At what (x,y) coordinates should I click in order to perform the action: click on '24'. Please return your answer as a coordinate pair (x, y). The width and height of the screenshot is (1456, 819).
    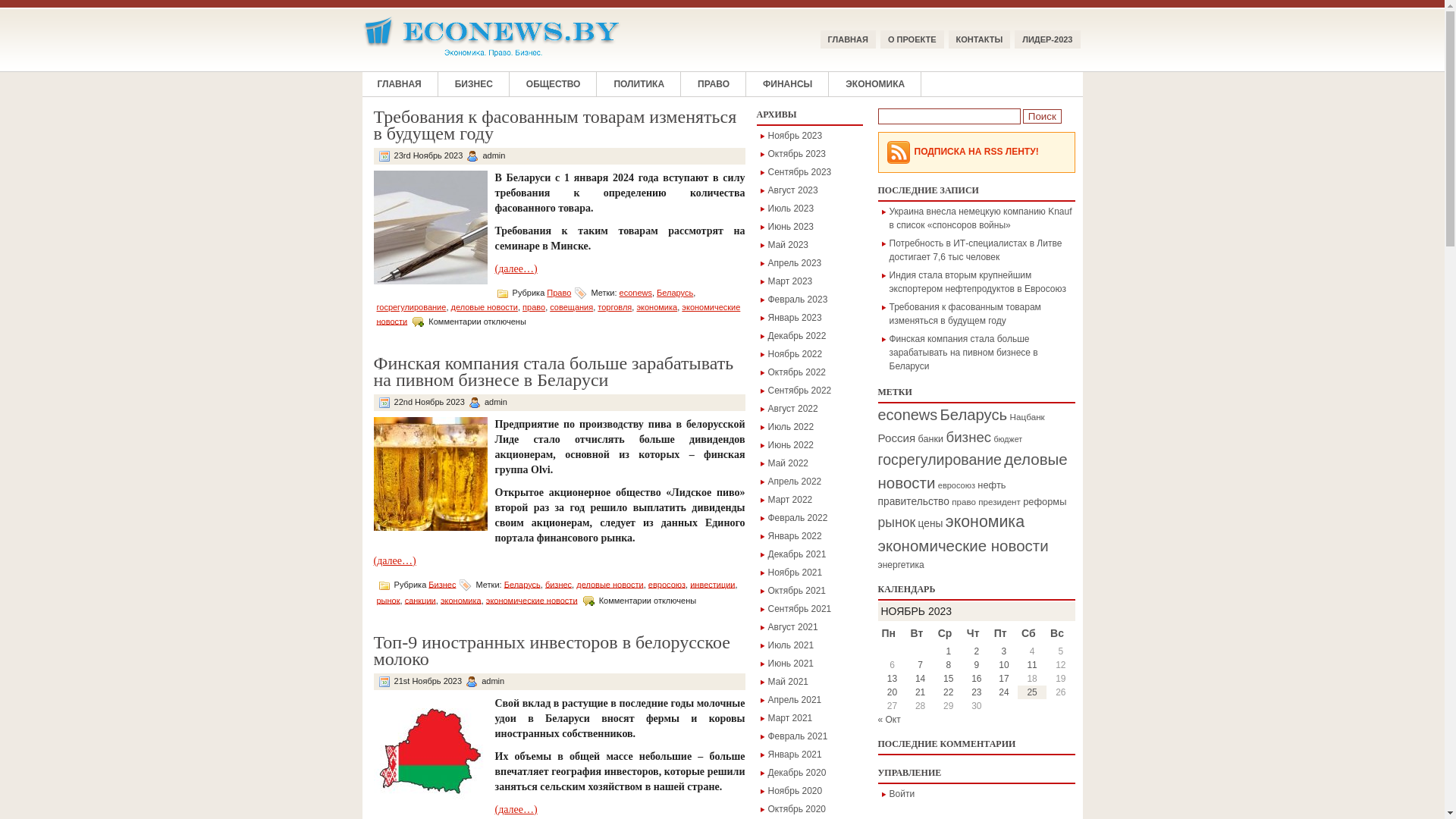
    Looking at the image, I should click on (1003, 692).